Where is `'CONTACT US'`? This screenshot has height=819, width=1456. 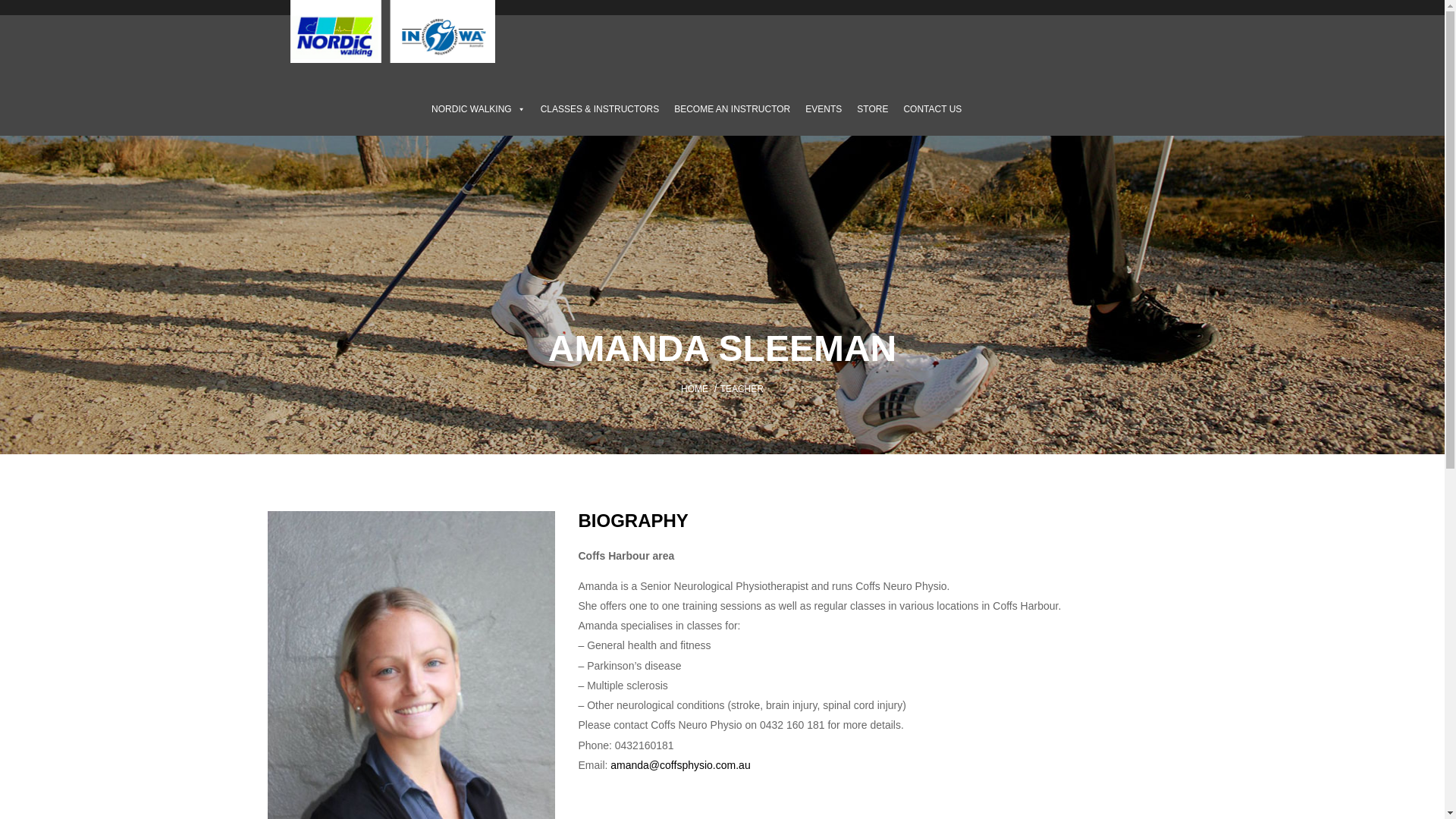 'CONTACT US' is located at coordinates (931, 108).